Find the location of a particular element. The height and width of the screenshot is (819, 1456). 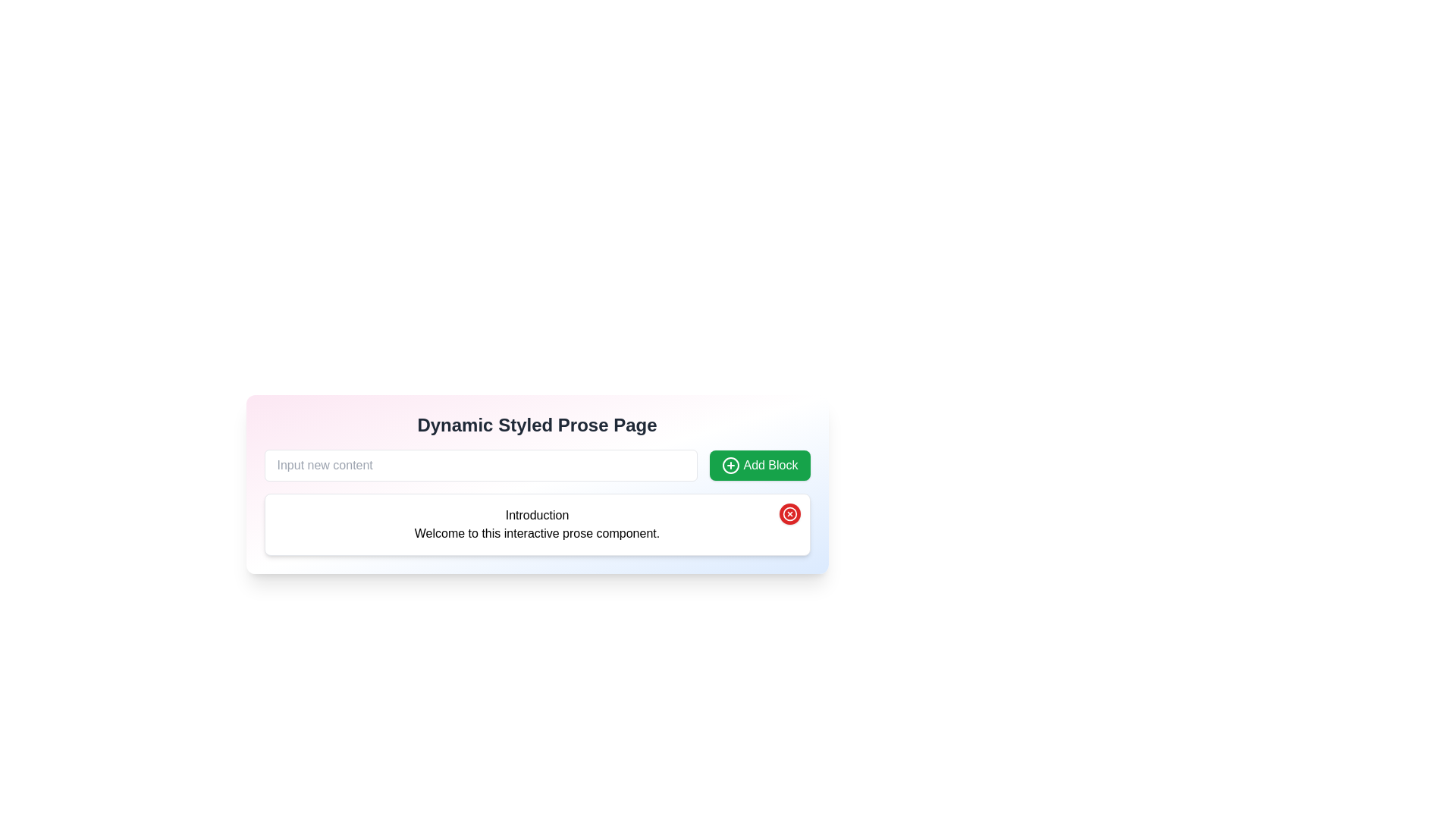

the 'Add Block' button with a green background and rounded corners is located at coordinates (760, 464).